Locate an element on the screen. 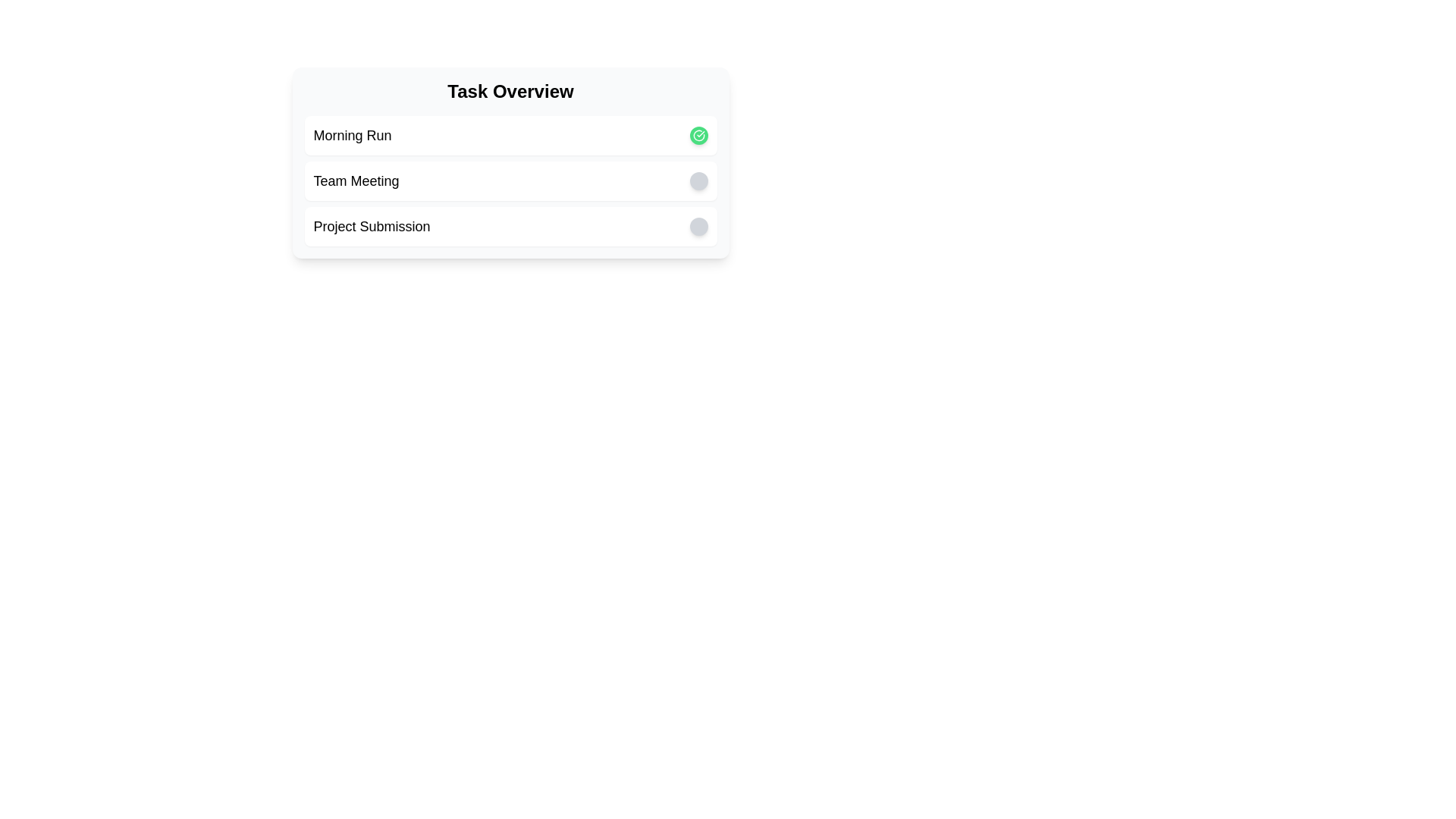  the small, circular gray button located to the far right of the 'Project Submission' row in the task list is located at coordinates (698, 227).